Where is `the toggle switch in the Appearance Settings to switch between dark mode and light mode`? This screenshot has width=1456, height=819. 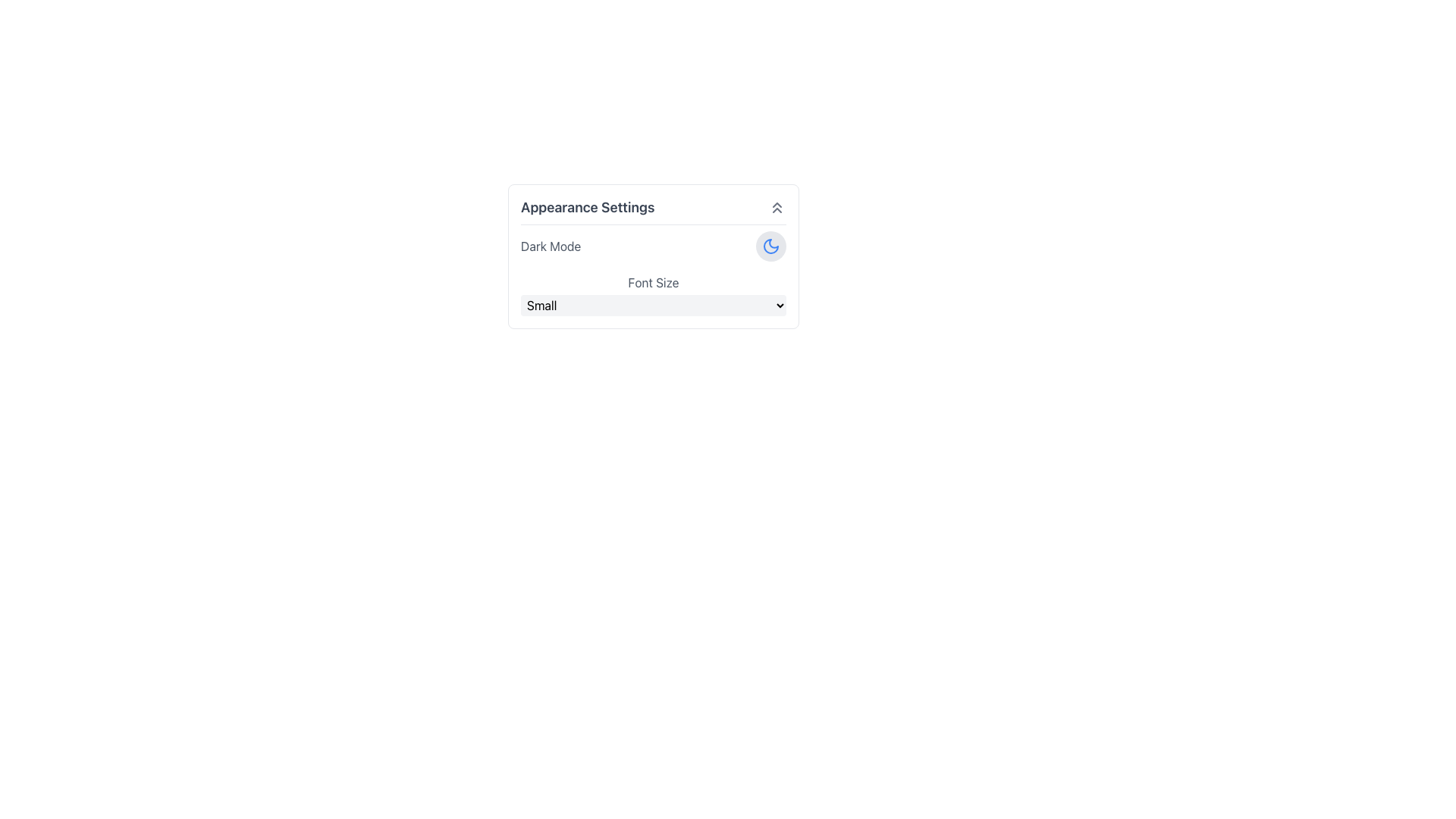 the toggle switch in the Appearance Settings to switch between dark mode and light mode is located at coordinates (654, 245).